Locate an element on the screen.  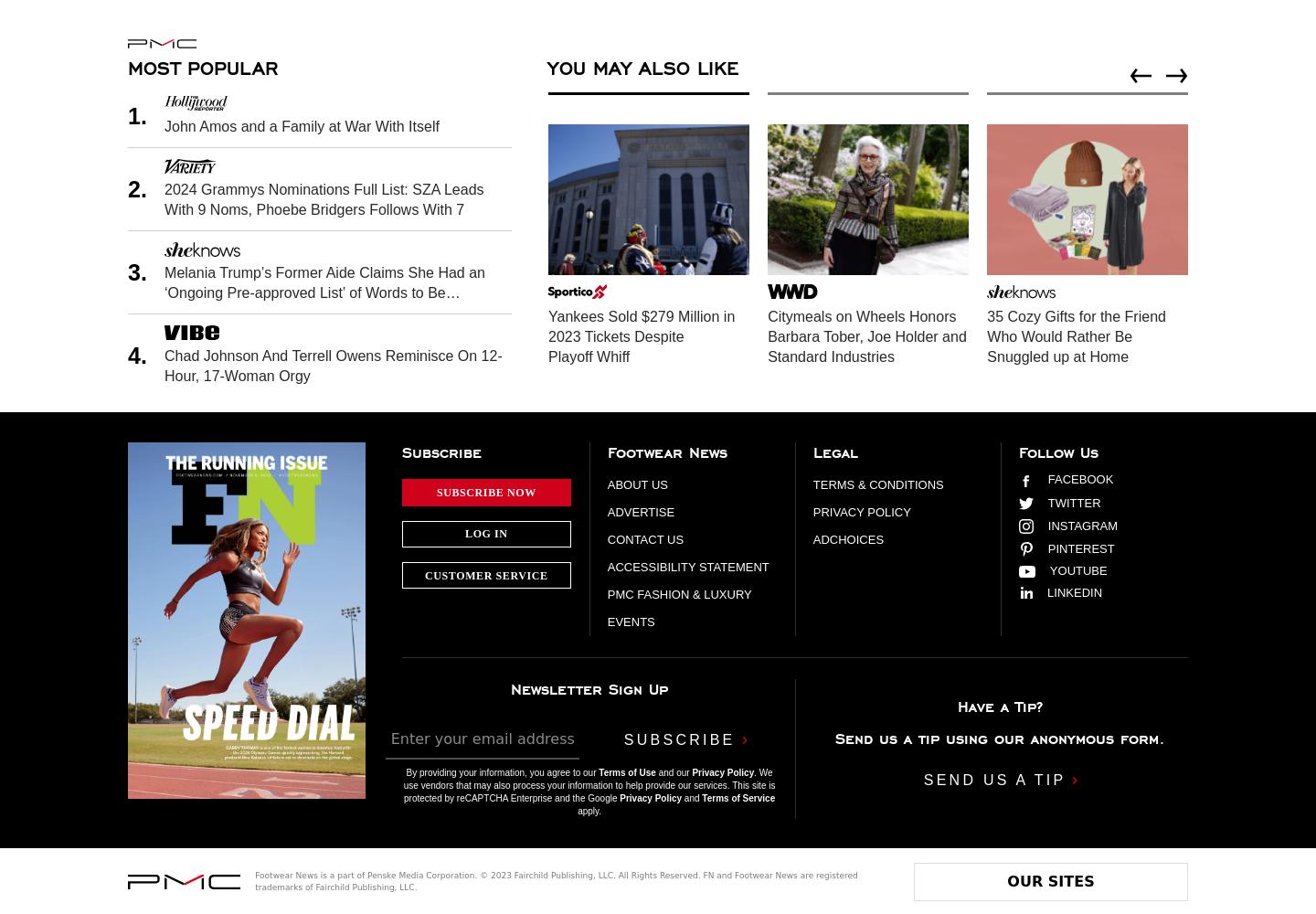
'Yankees Sold $279 Million in 2023 Tickets Despite Playoff Whiff' is located at coordinates (640, 335).